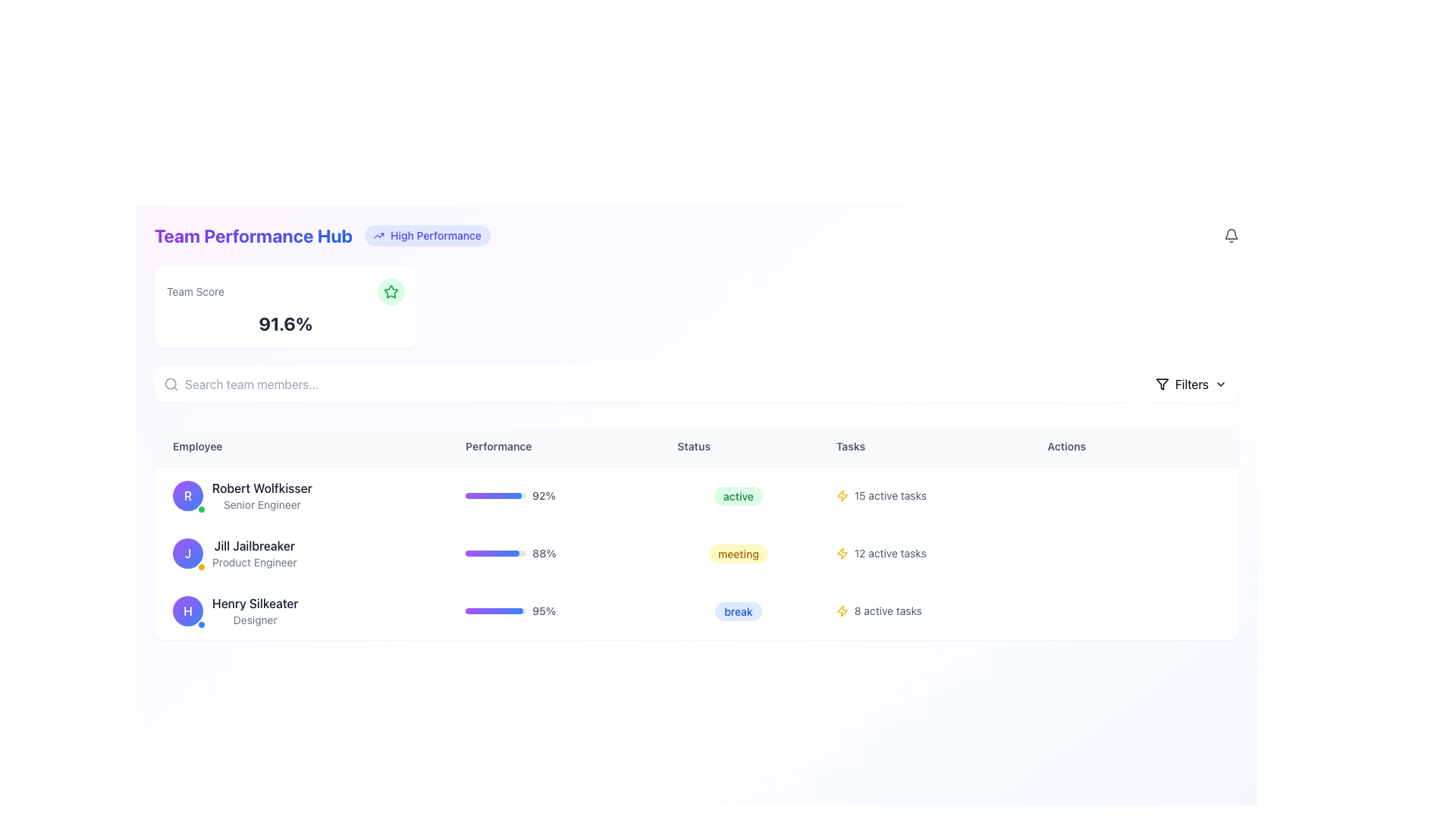  I want to click on the text display that shows the team score percentage, located centrally within the 'Team Score' card, below the 'Team Score' label and to the left of the green star icon, so click(285, 323).